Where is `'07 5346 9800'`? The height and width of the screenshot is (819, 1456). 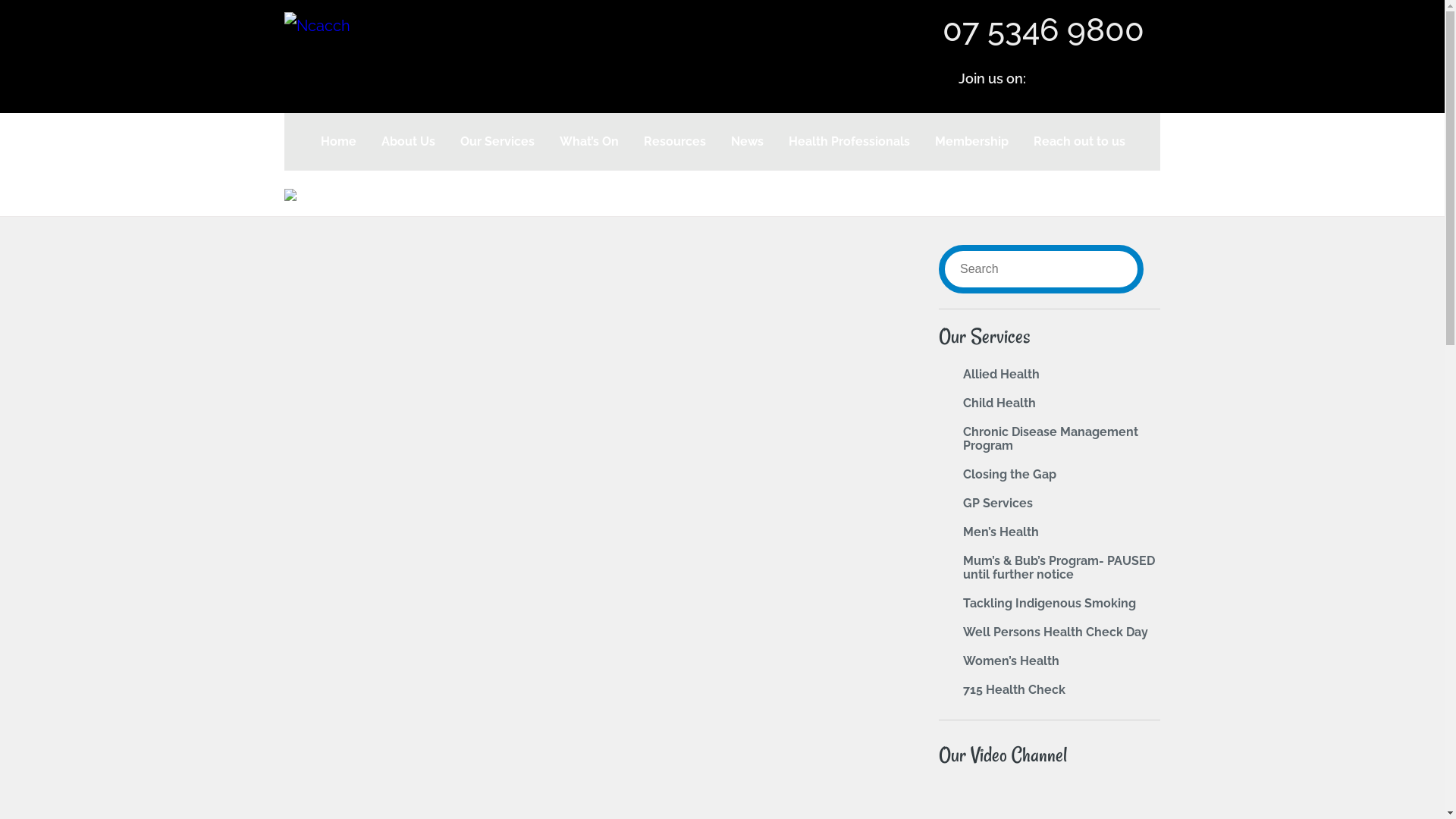
'07 5346 9800' is located at coordinates (1043, 30).